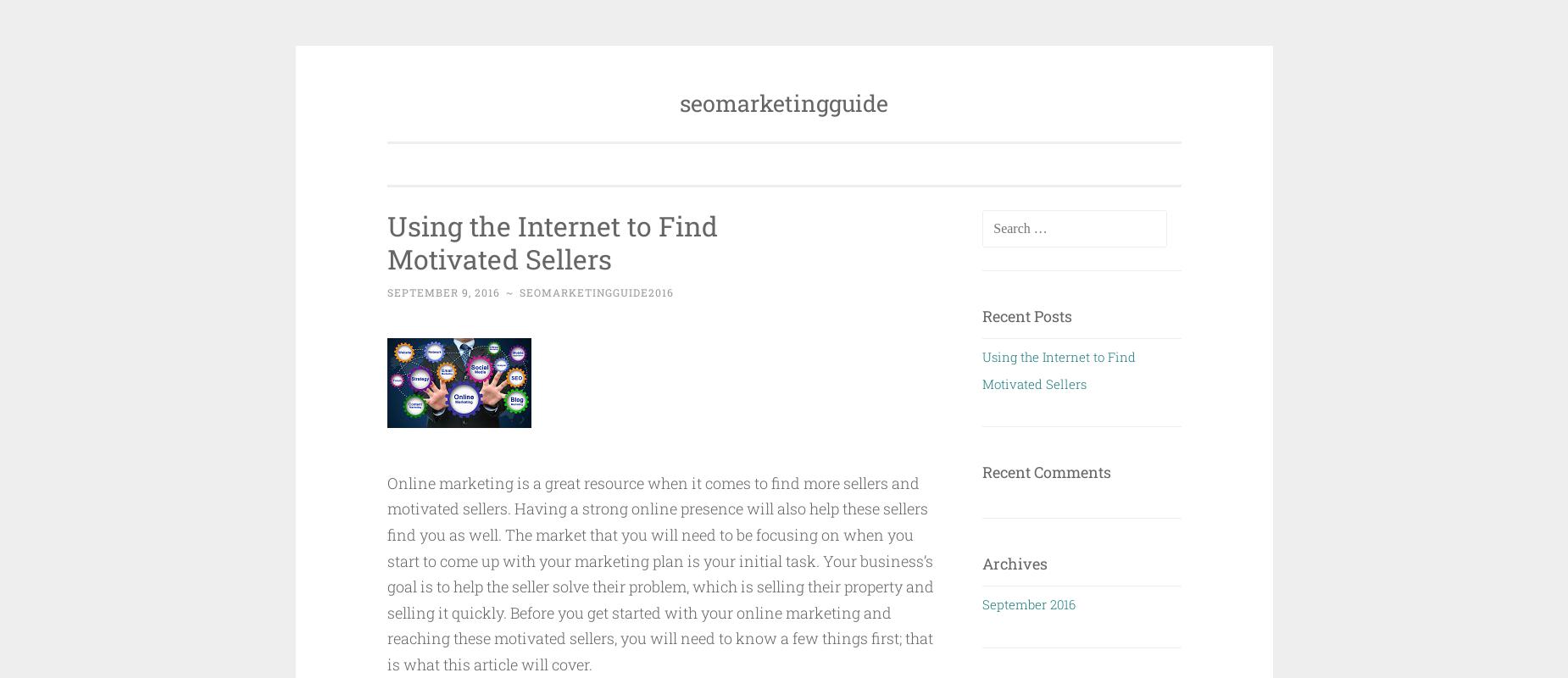 This screenshot has height=678, width=1568. I want to click on 'Recent Comments', so click(1046, 472).